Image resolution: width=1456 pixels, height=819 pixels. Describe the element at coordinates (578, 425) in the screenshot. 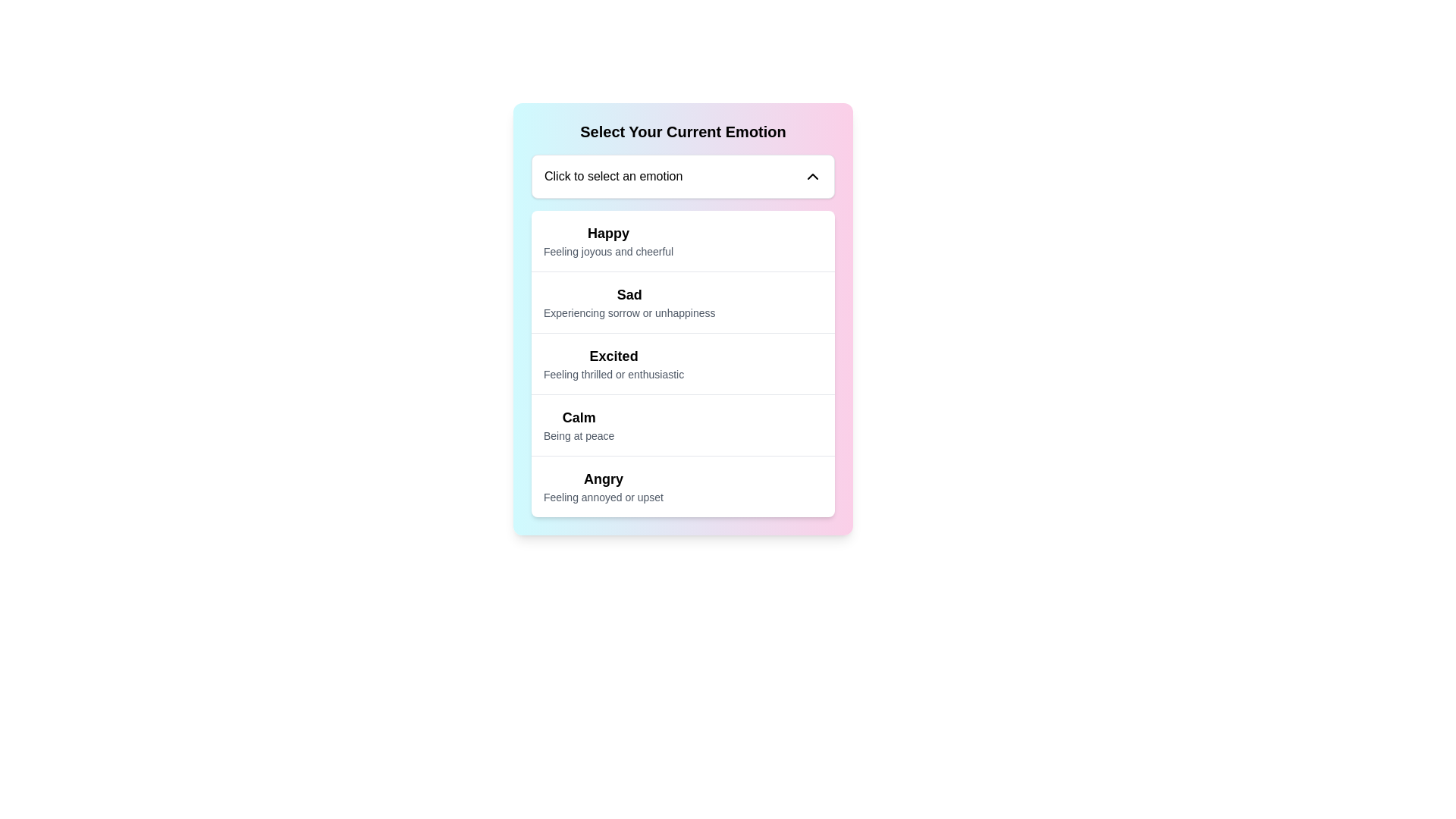

I see `the fourth list item in the drop-down styled interface labeled 'Calm', which contains the text 'Calm' in bold and 'Being at peace' in smaller gray font` at that location.